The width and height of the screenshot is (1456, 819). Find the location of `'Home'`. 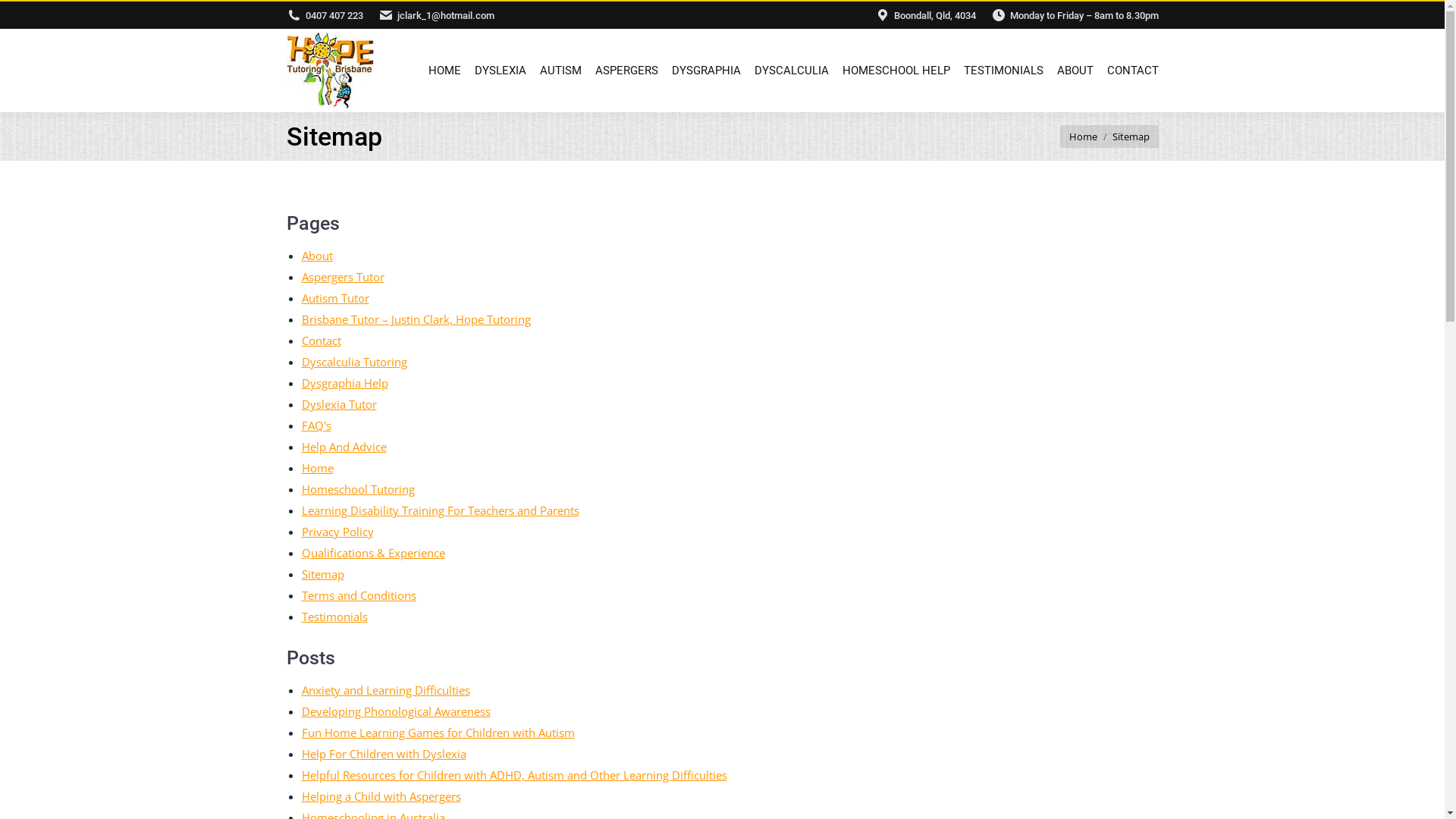

'Home' is located at coordinates (1068, 136).